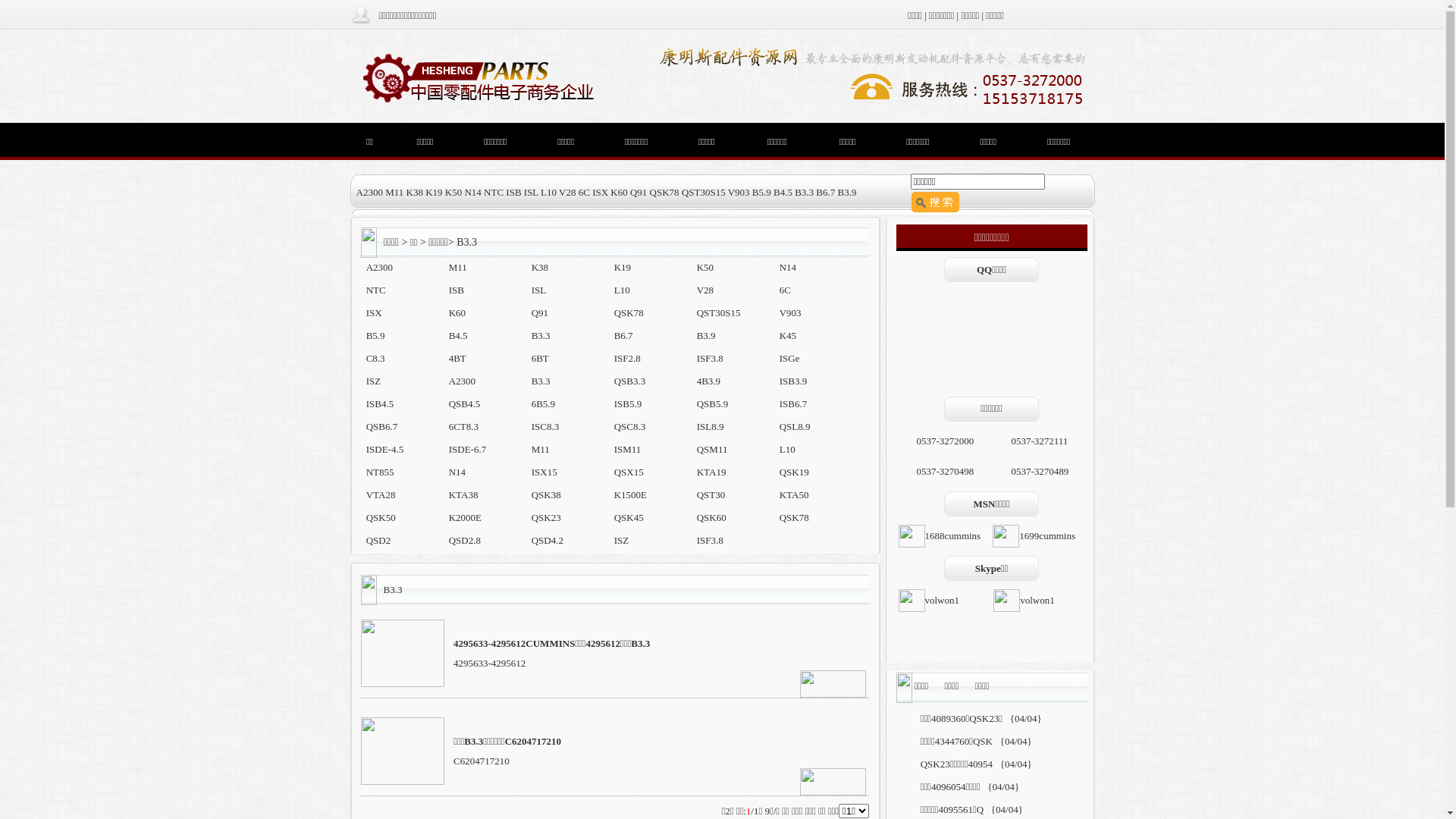  I want to click on 'ISB', so click(455, 290).